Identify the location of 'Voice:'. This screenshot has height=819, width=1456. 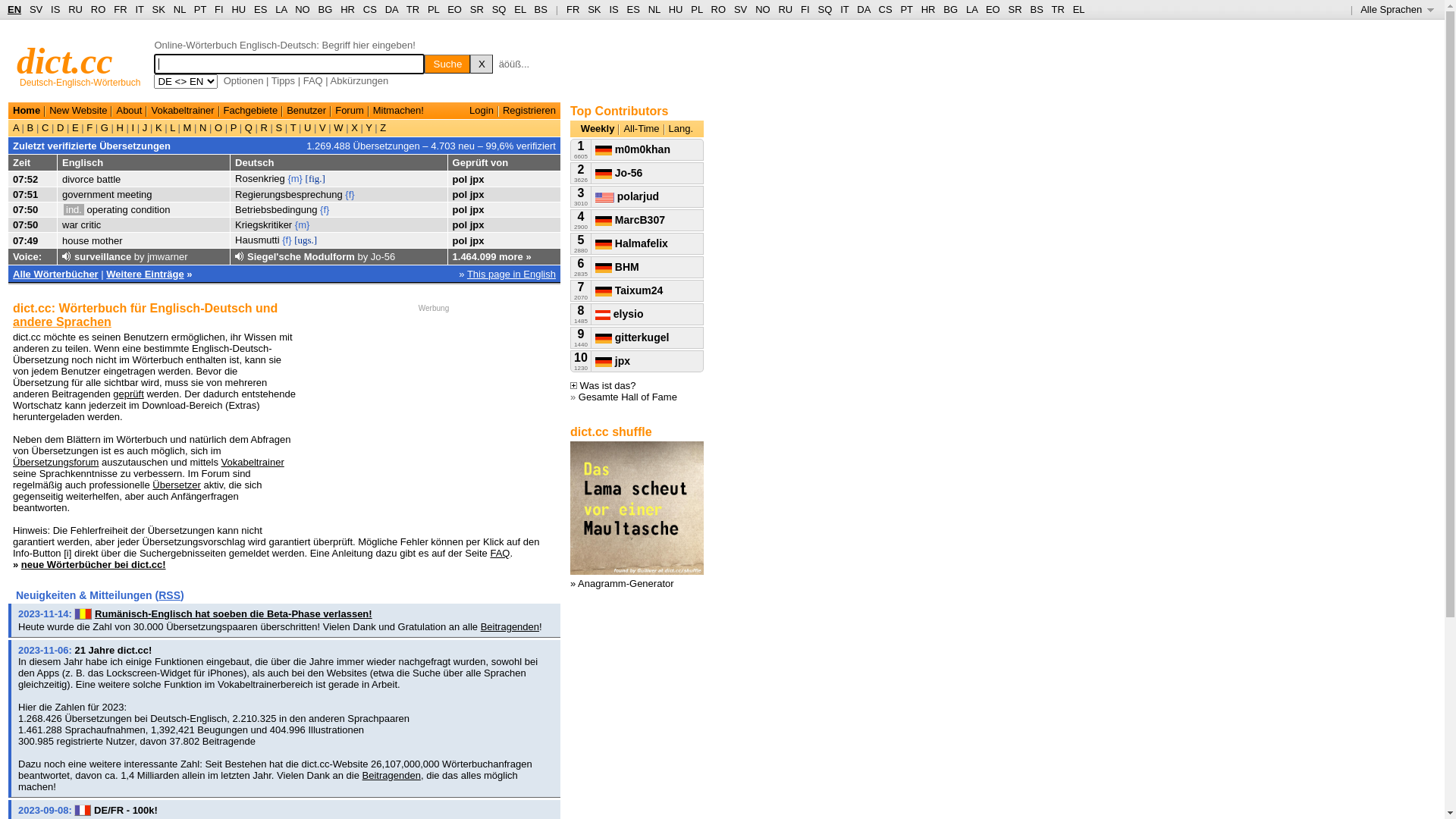
(13, 256).